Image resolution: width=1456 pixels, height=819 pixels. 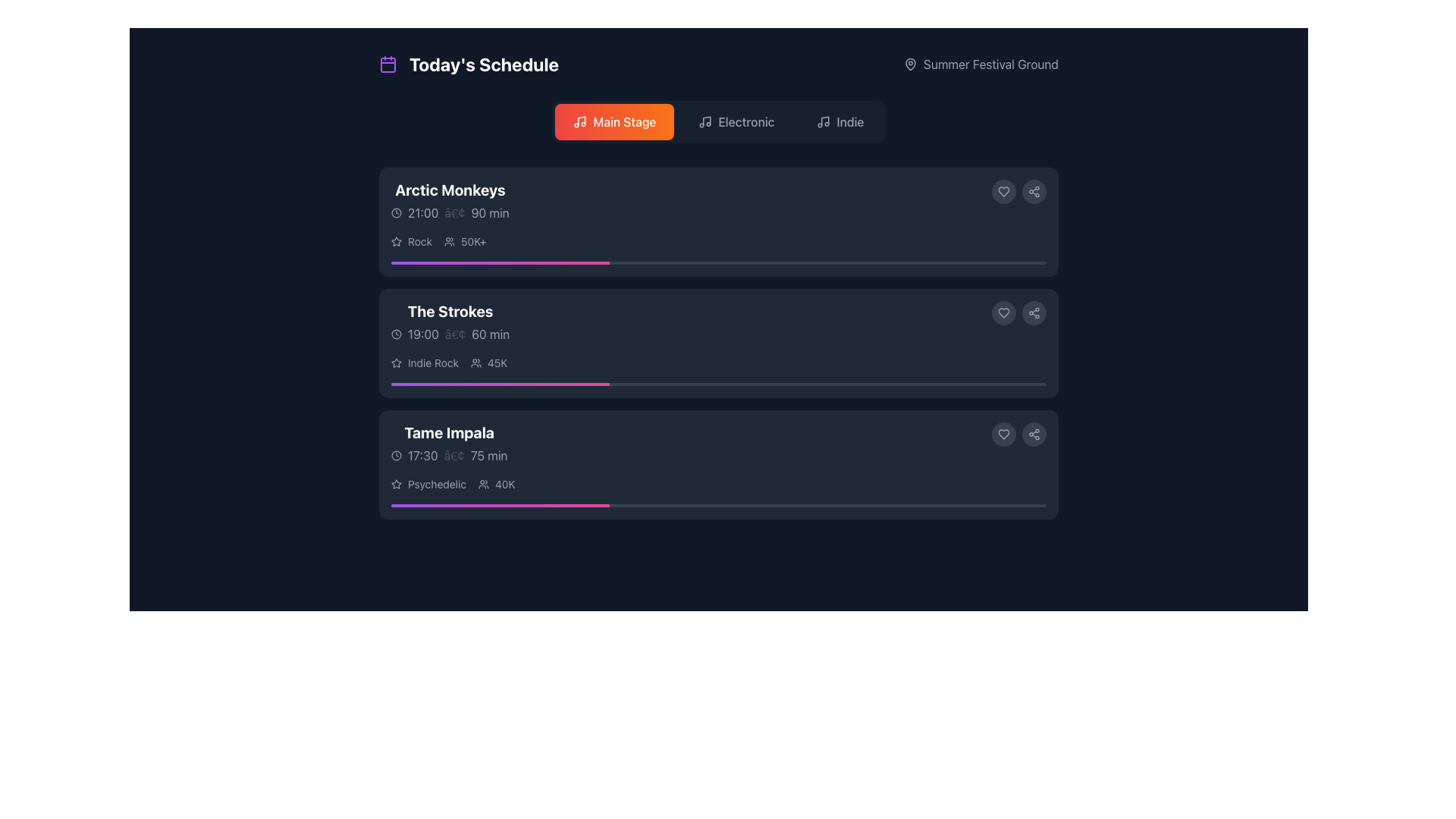 I want to click on the 'Electronic' filter button located in the upper center of the interface below the title 'Today's Schedule', so click(x=717, y=121).